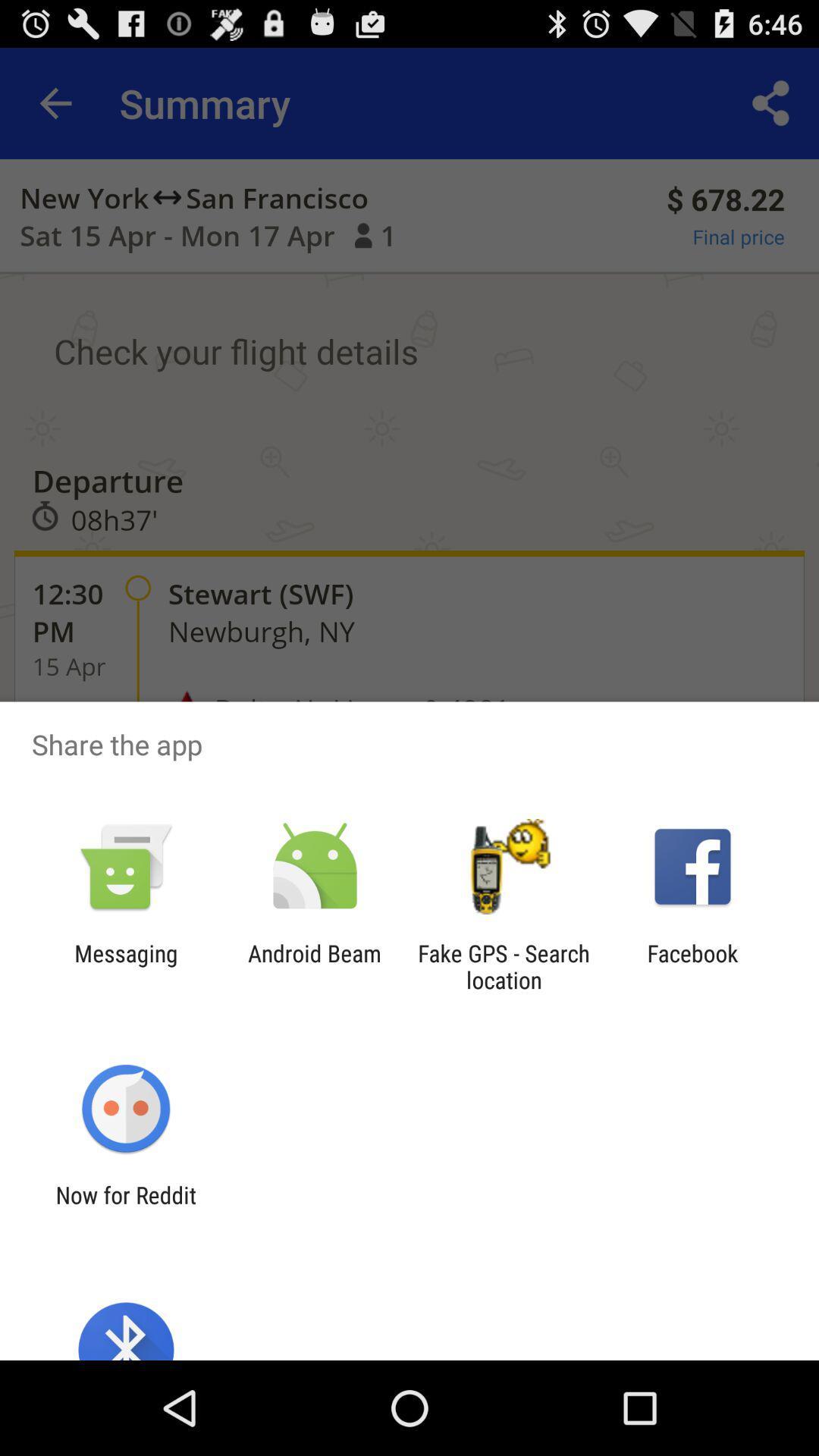  What do you see at coordinates (314, 966) in the screenshot?
I see `the android beam icon` at bounding box center [314, 966].